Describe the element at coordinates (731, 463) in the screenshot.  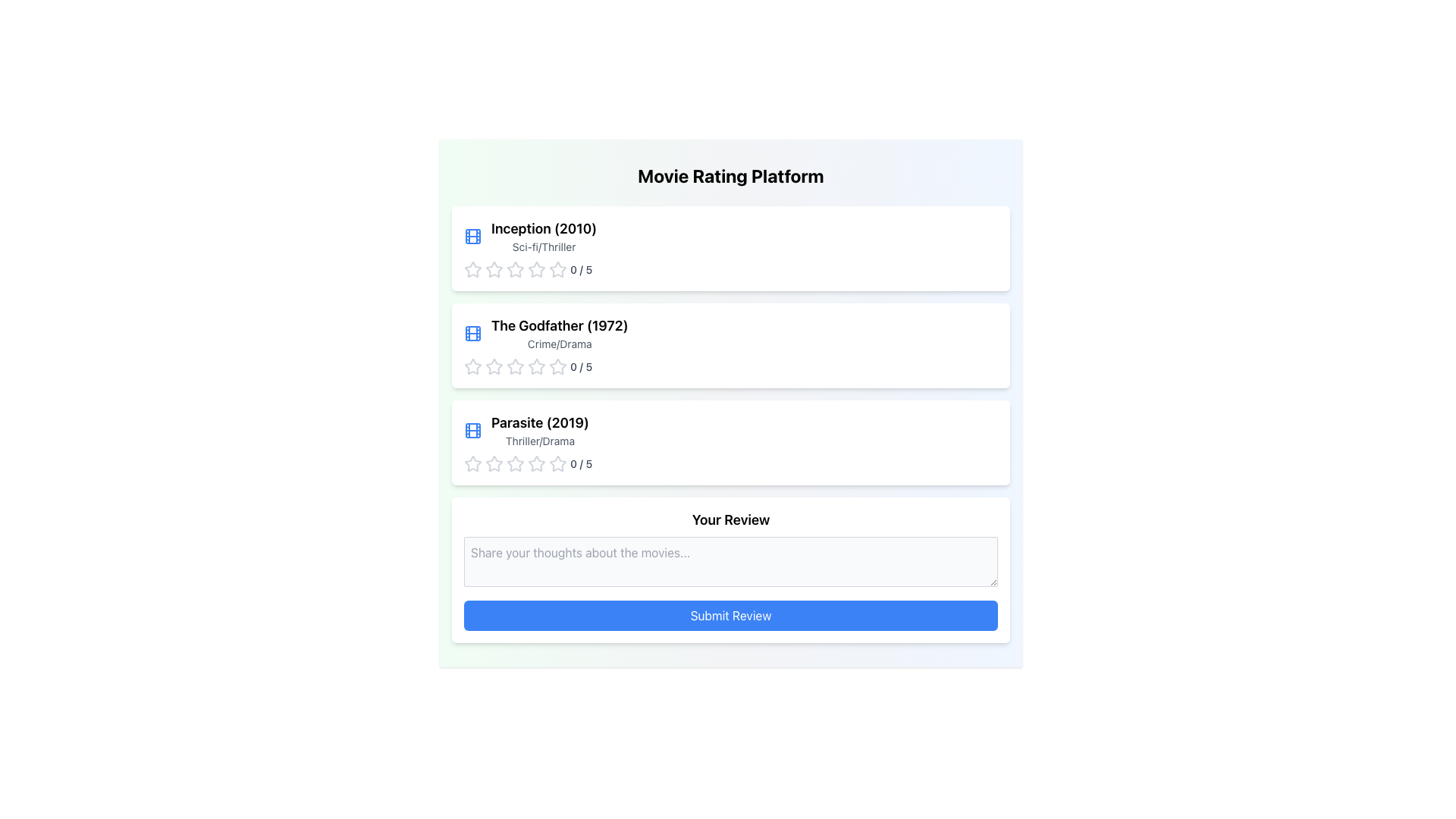
I see `the rating display and selector, which consists of five hollow stars and shows '0 / 5' under the movie title 'Parasite (2019)'` at that location.